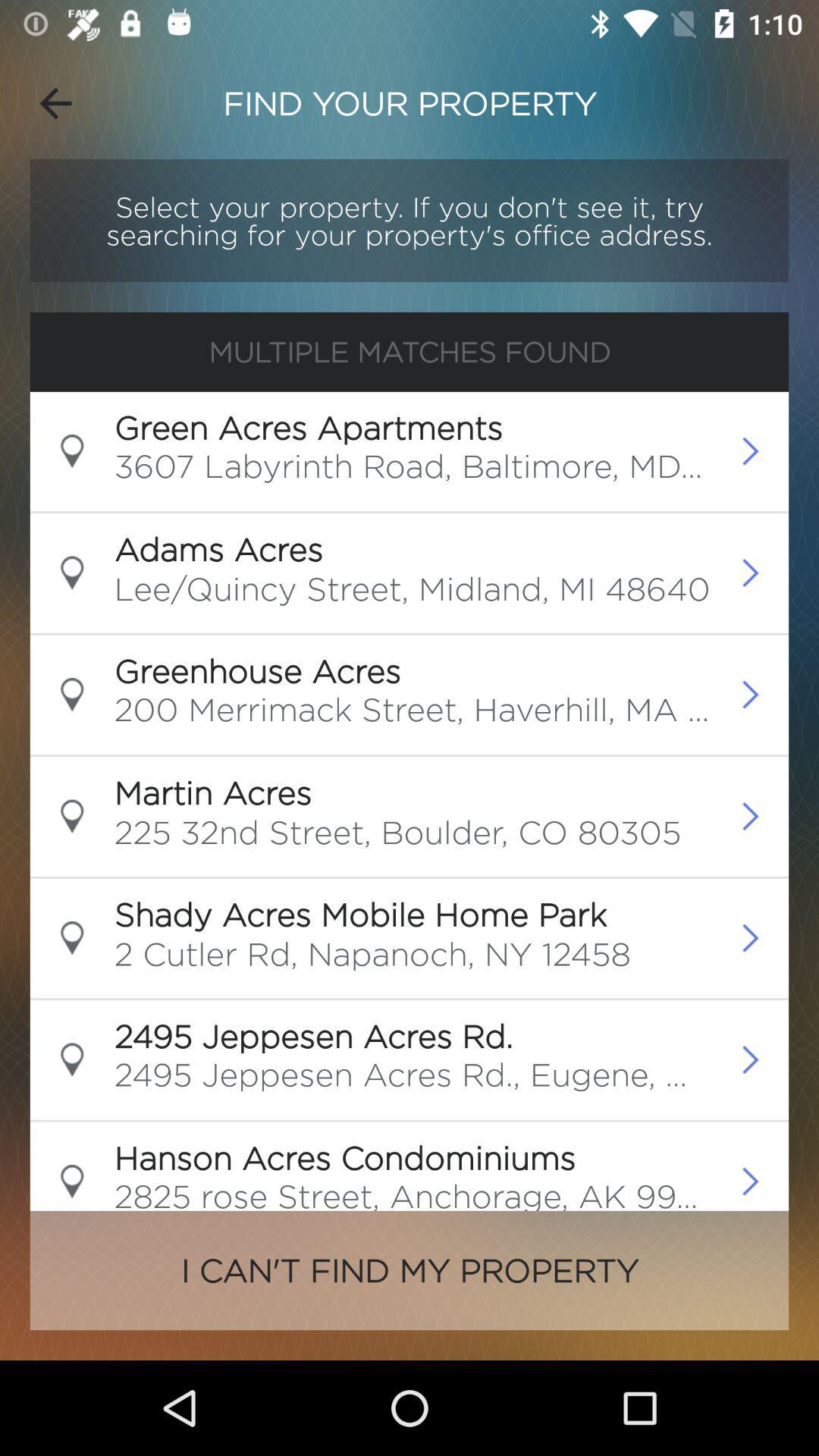 This screenshot has width=819, height=1456. What do you see at coordinates (413, 714) in the screenshot?
I see `the 200 merrimack street item` at bounding box center [413, 714].